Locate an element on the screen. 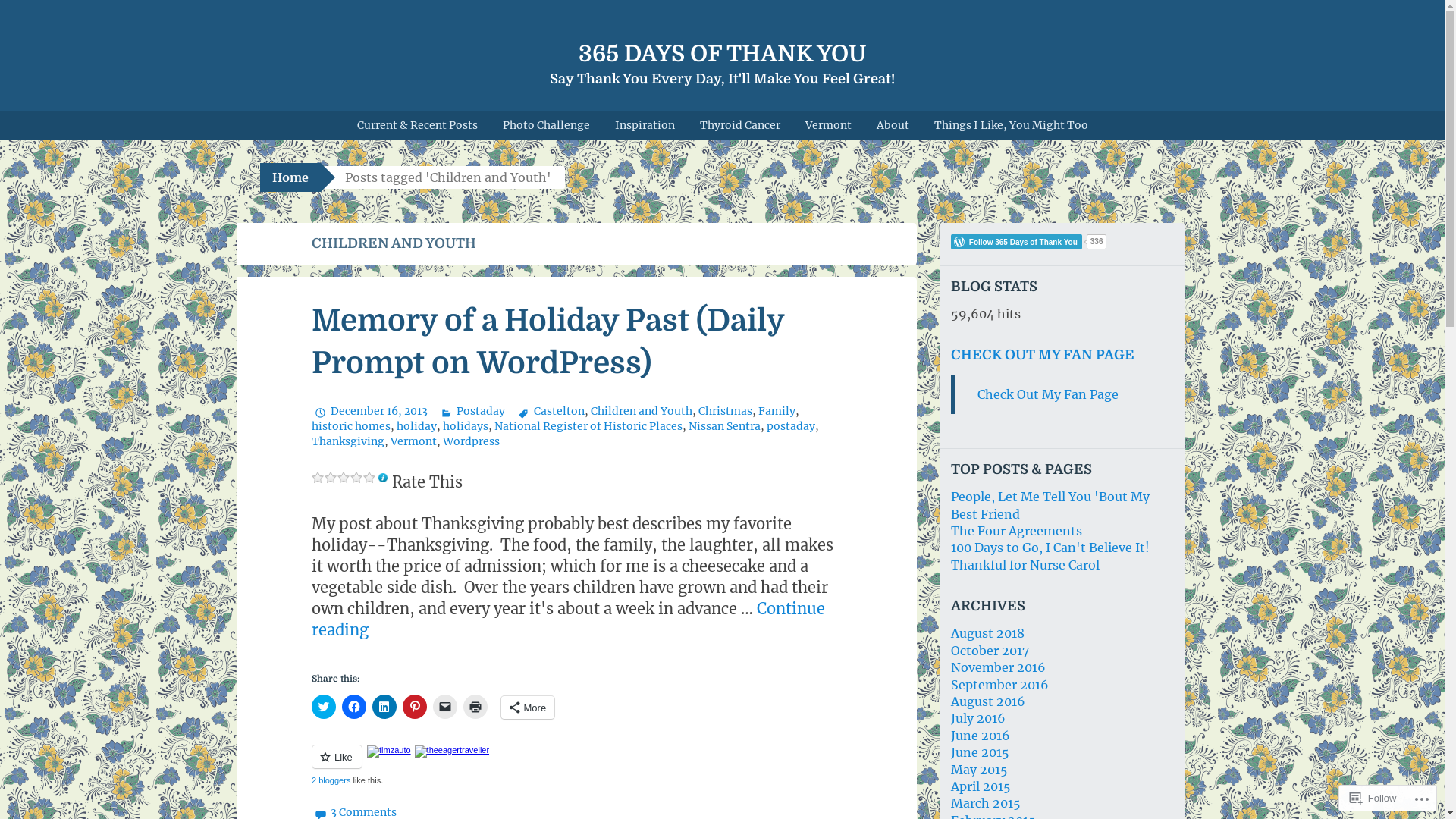  'Thyroid Cancer' is located at coordinates (739, 124).